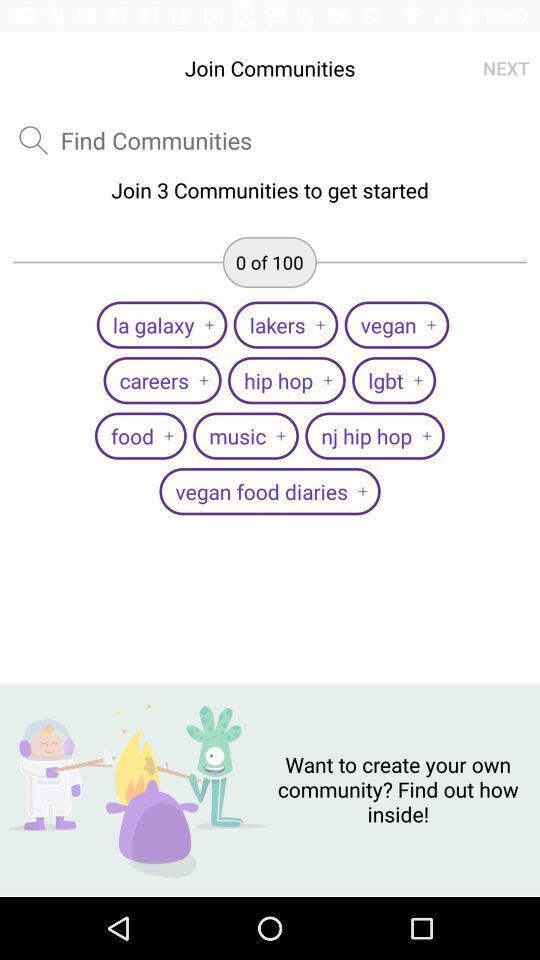 The width and height of the screenshot is (540, 960). What do you see at coordinates (32, 139) in the screenshot?
I see `the search icon` at bounding box center [32, 139].